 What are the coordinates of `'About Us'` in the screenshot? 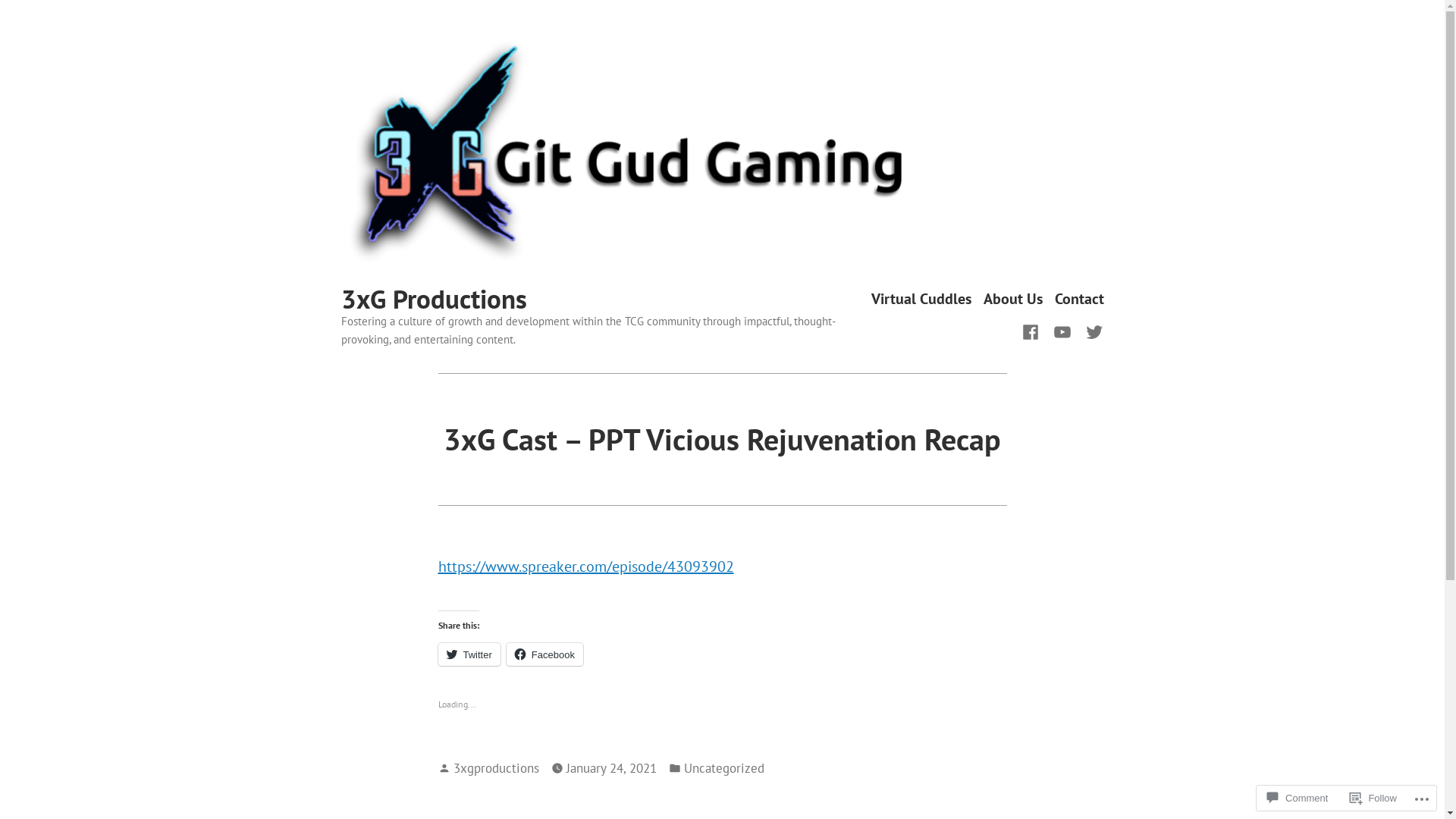 It's located at (983, 299).